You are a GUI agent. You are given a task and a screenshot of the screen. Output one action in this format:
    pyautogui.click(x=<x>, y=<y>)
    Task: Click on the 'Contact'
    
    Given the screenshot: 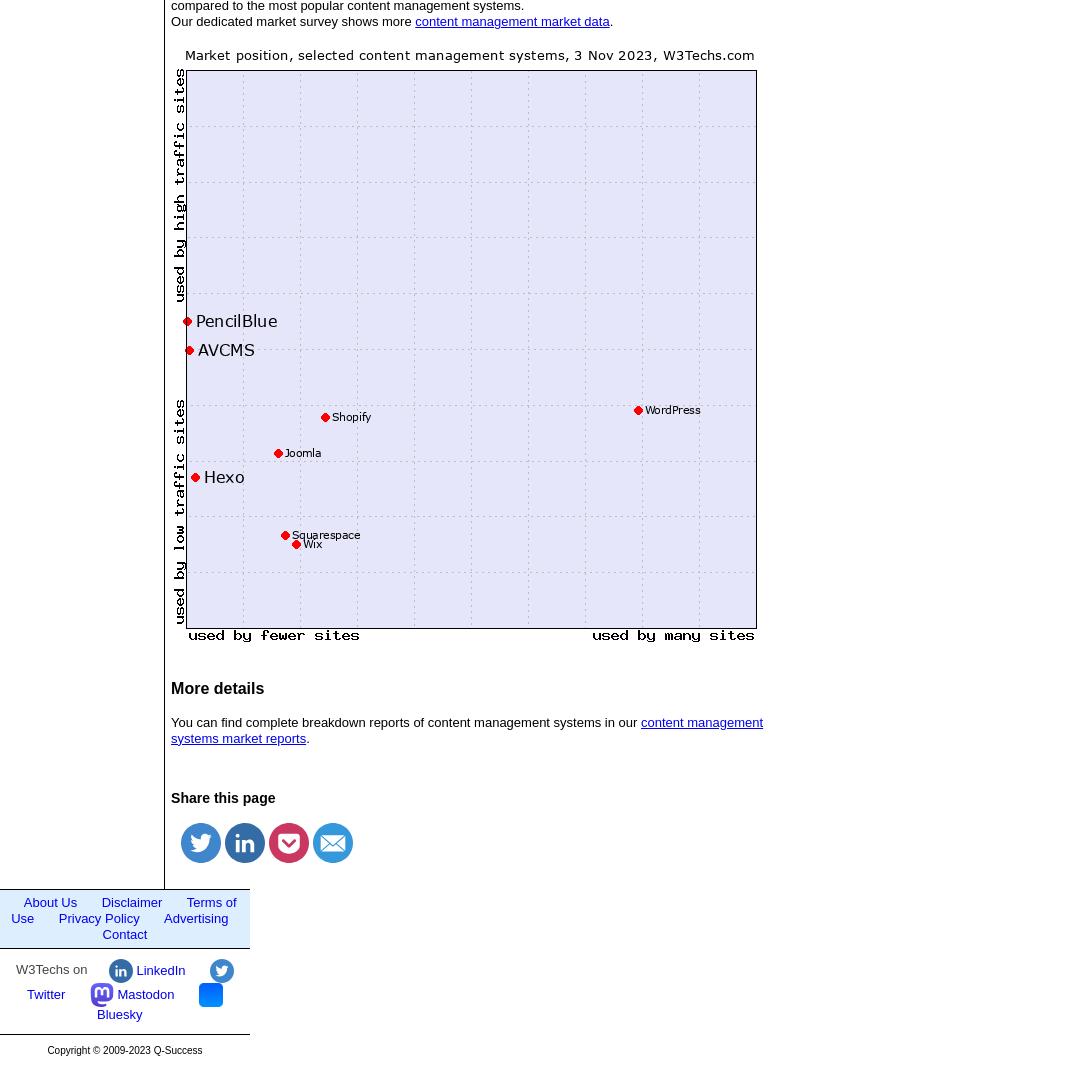 What is the action you would take?
    pyautogui.click(x=124, y=932)
    